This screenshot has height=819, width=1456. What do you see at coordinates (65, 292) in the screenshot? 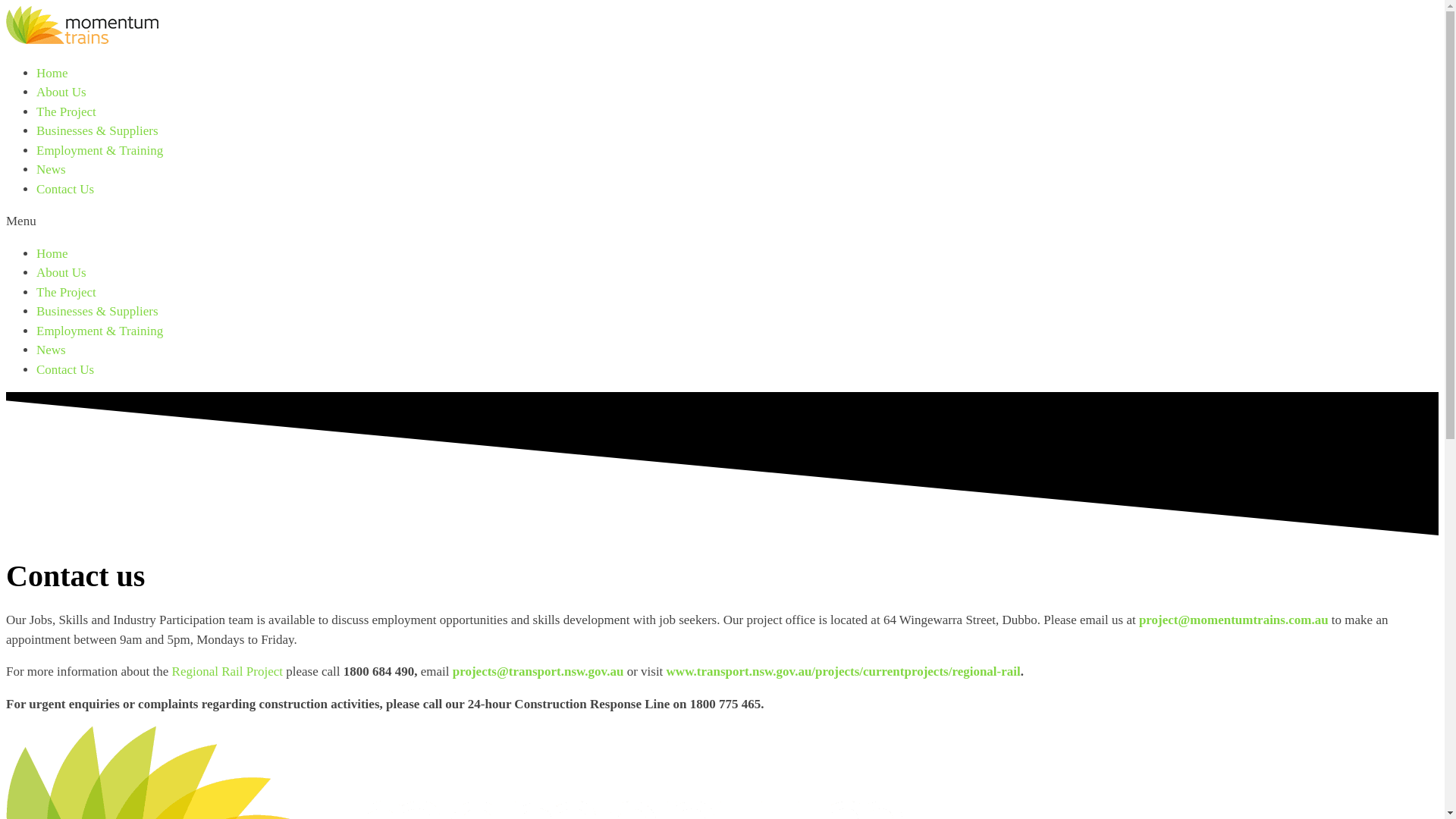
I see `'The Project'` at bounding box center [65, 292].